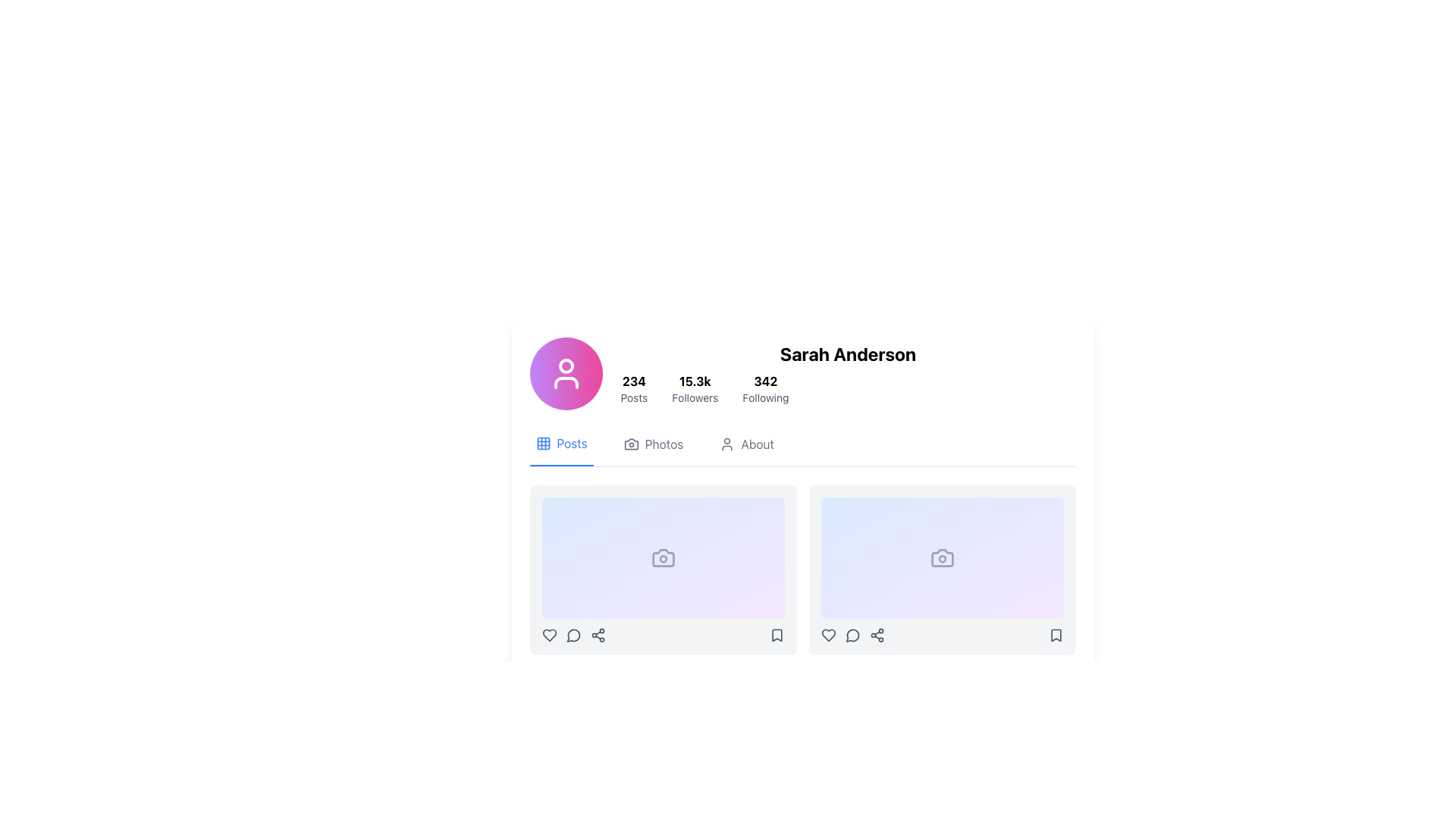 This screenshot has width=1456, height=819. What do you see at coordinates (634, 388) in the screenshot?
I see `information displayed in the Information display label that shows the total number of posts related to the profile being viewed, which is the leftmost item in the group of 'Posts', 'Followers', and 'Following'` at bounding box center [634, 388].